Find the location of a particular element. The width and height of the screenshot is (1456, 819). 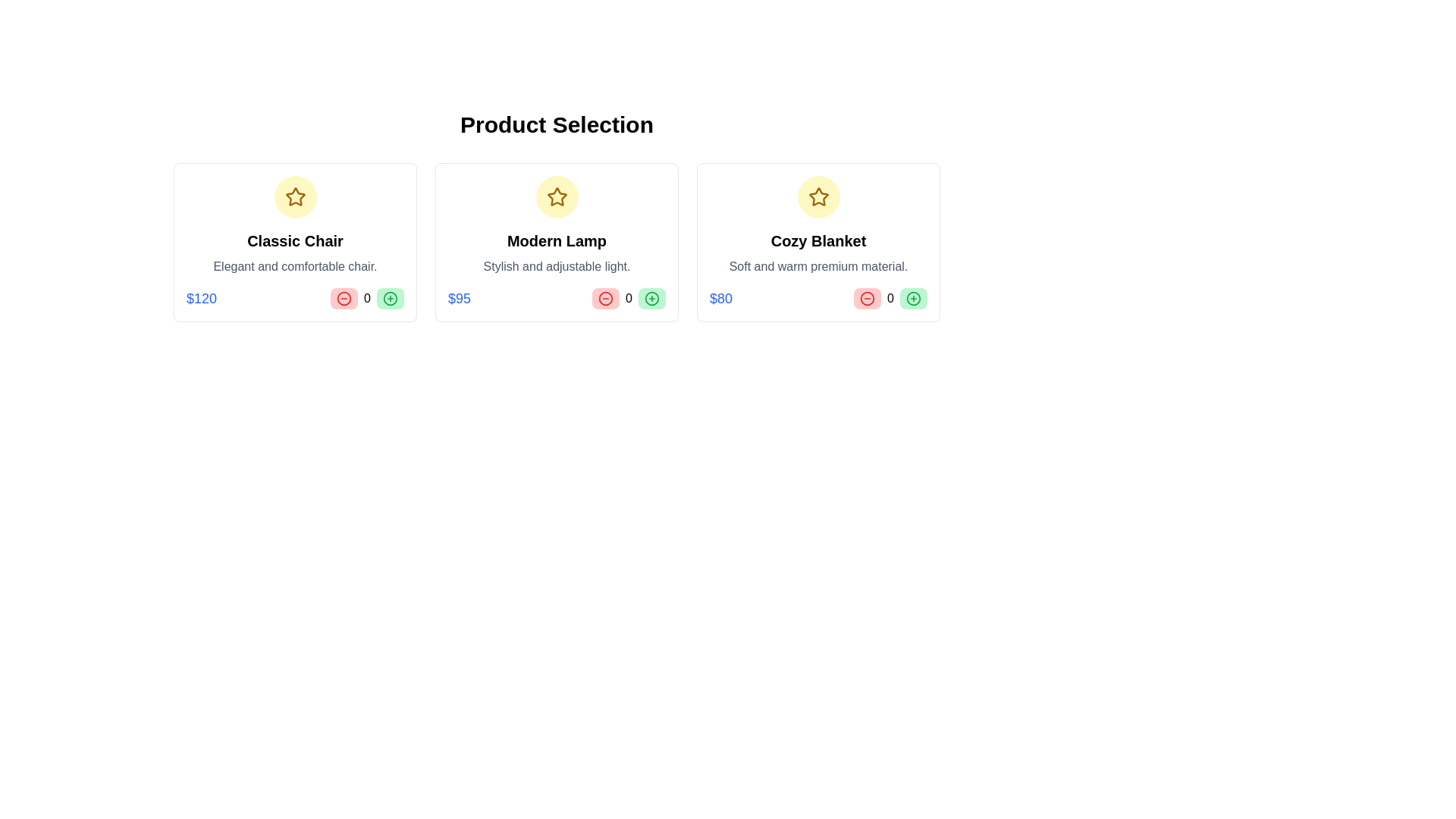

the descriptive slogan or feature summary text element located within the product card below 'Classic Chair' and above the price '$120' is located at coordinates (295, 265).